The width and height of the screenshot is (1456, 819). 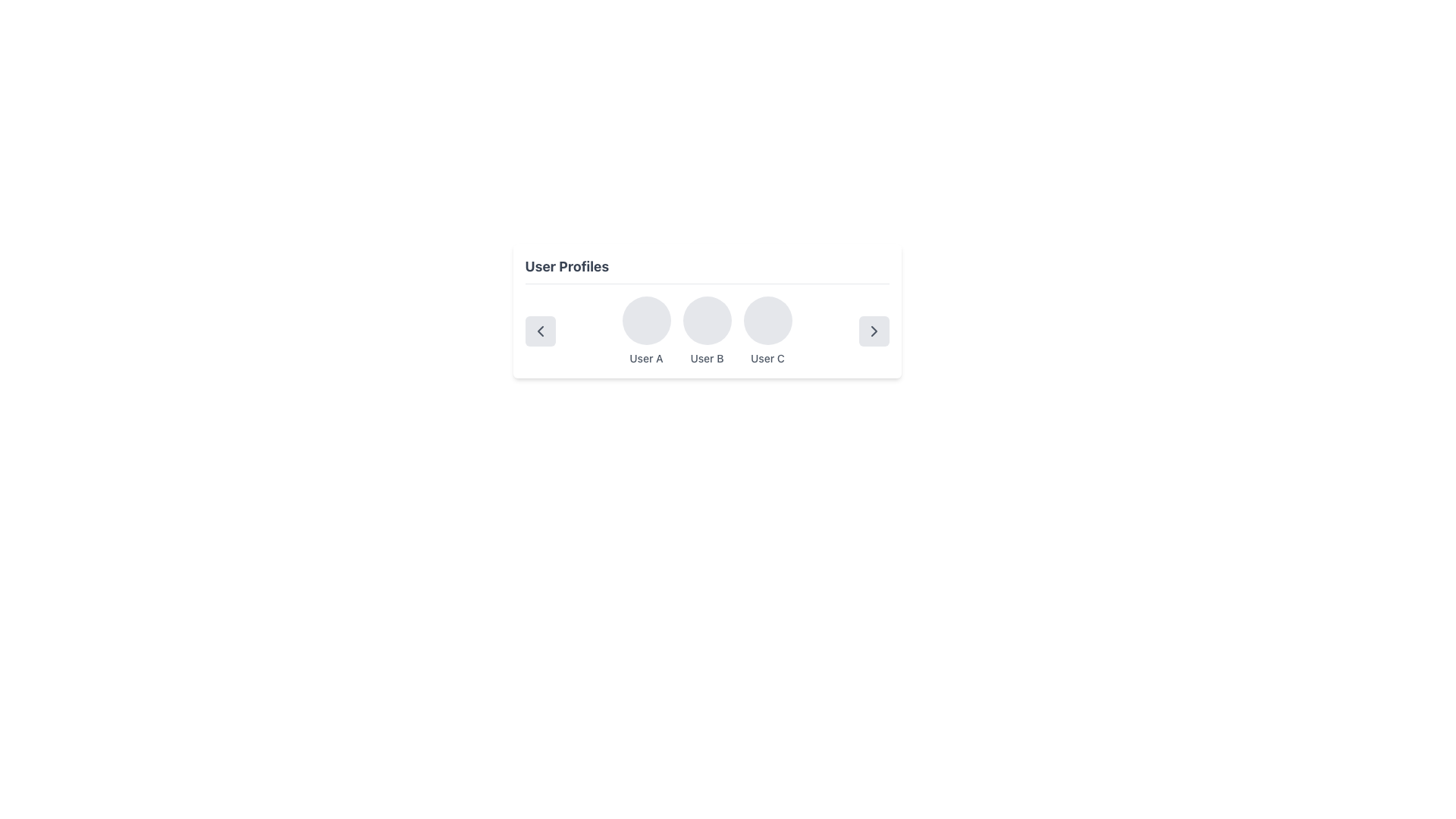 I want to click on the non-interactive text label that identifies the associated profile for 'User B', centrally located beneath the circular placeholder for 'User B's profile, so click(x=706, y=359).